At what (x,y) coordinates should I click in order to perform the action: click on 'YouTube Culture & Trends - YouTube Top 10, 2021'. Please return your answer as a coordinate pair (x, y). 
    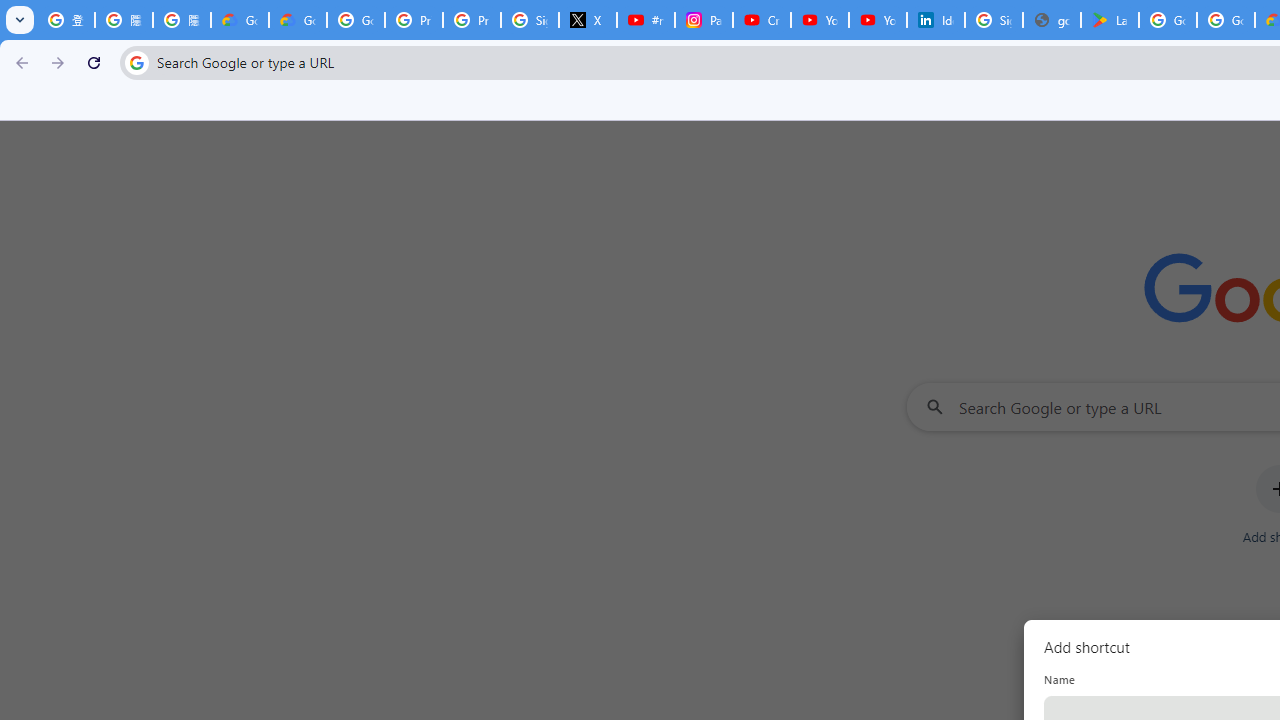
    Looking at the image, I should click on (878, 20).